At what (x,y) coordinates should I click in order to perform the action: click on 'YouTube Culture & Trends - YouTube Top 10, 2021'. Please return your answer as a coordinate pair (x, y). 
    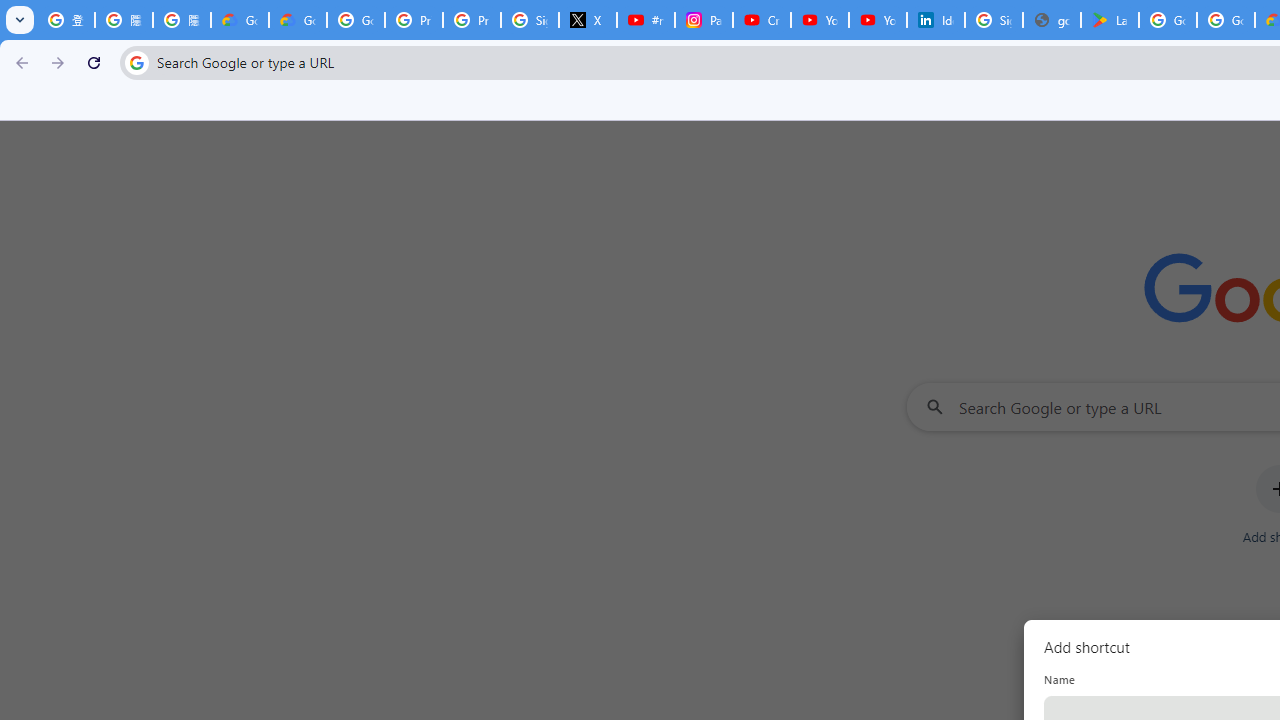
    Looking at the image, I should click on (878, 20).